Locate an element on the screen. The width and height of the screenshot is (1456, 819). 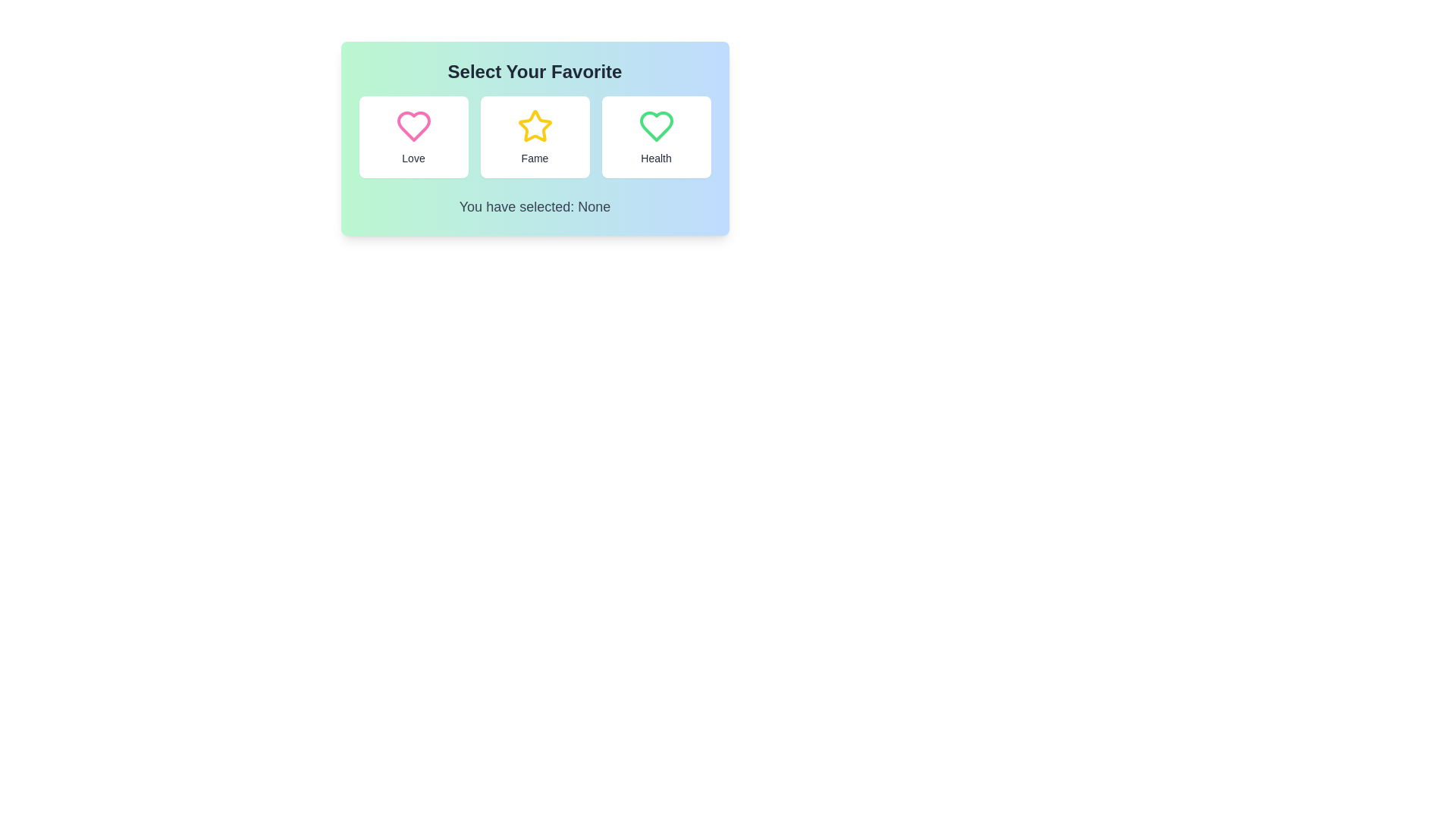
the 'Health' button to select it is located at coordinates (656, 137).